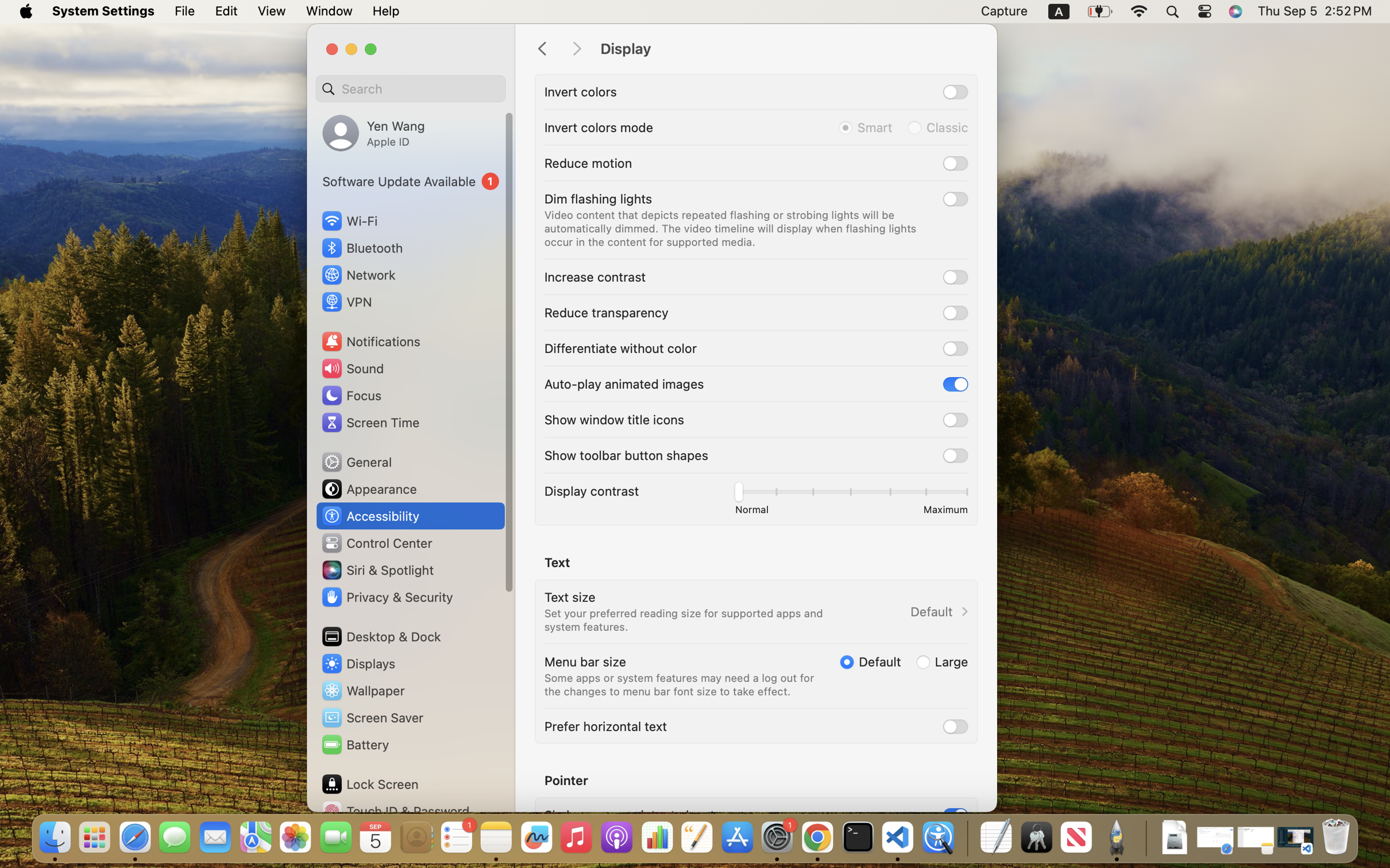 This screenshot has height=868, width=1390. Describe the element at coordinates (354, 744) in the screenshot. I see `'Battery'` at that location.